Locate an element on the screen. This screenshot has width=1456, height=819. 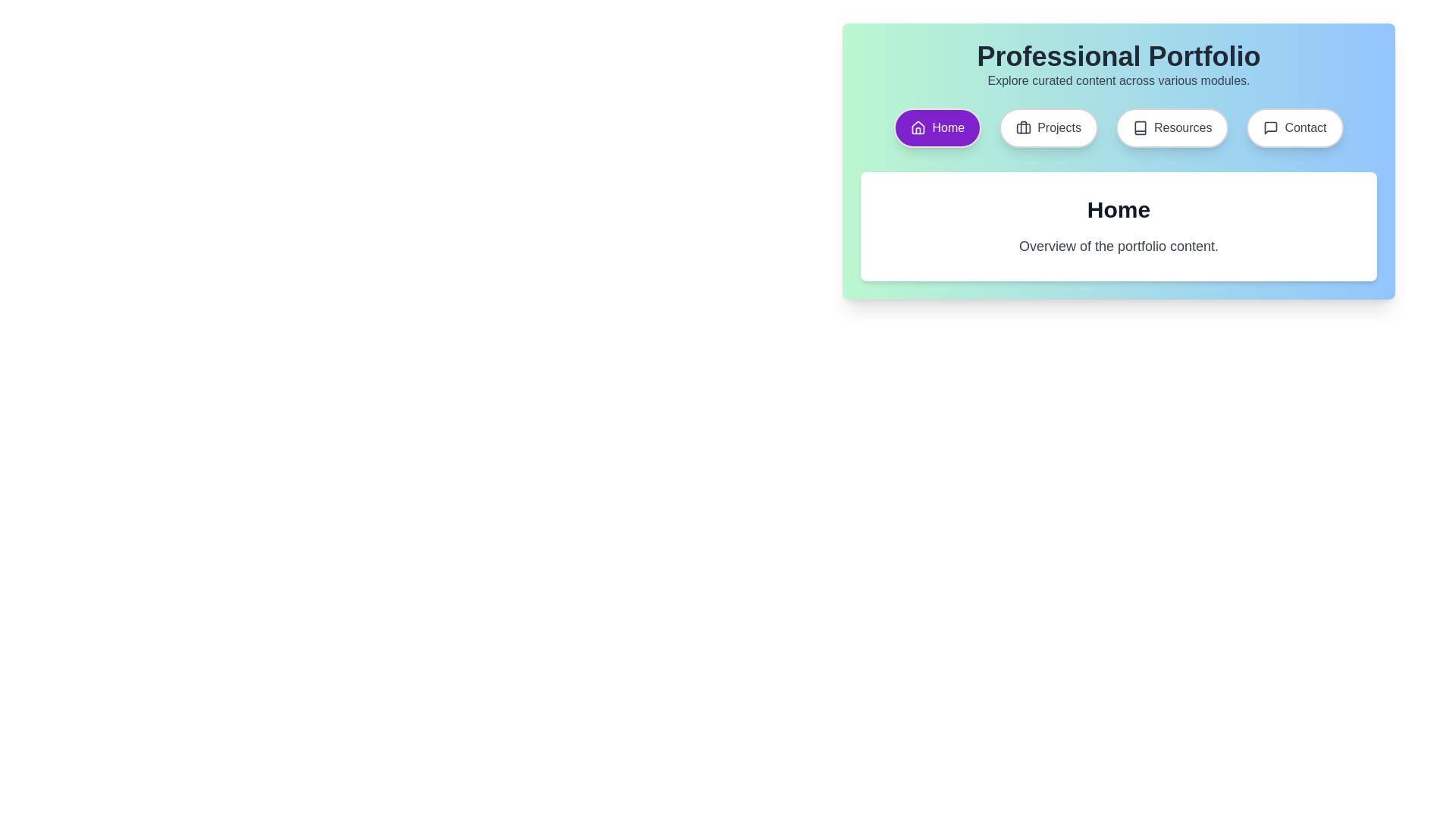
the Home tab to view its content is located at coordinates (937, 127).